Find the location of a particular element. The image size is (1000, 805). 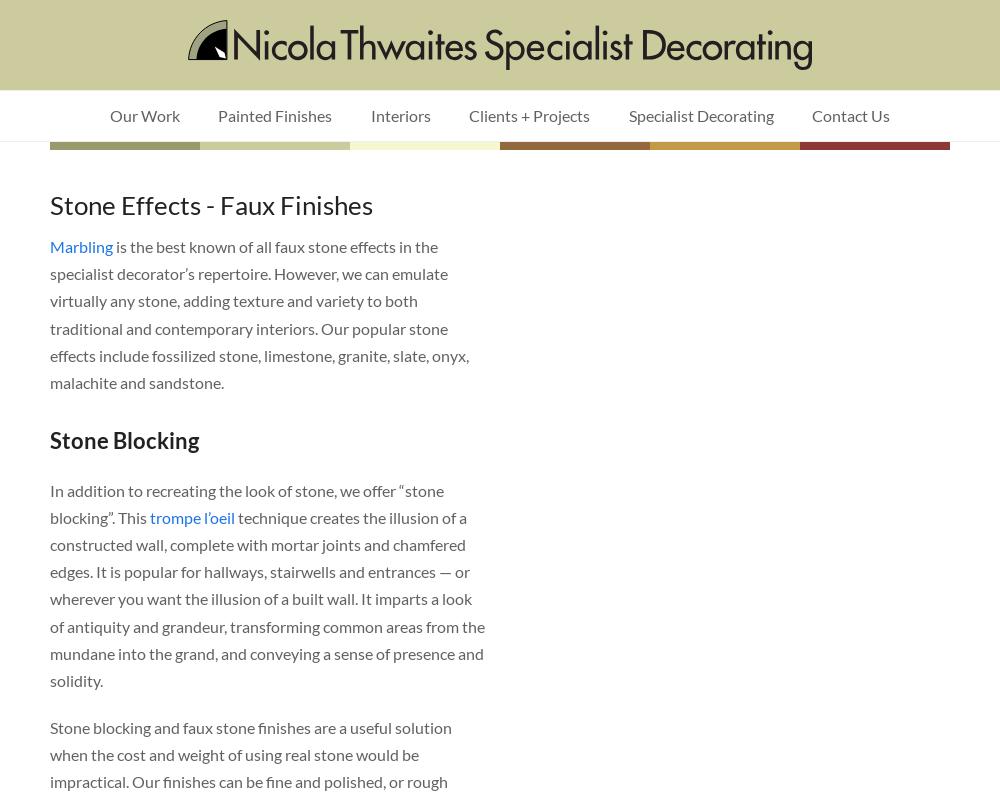

'Stone Effects - Faux Finishes' is located at coordinates (210, 204).